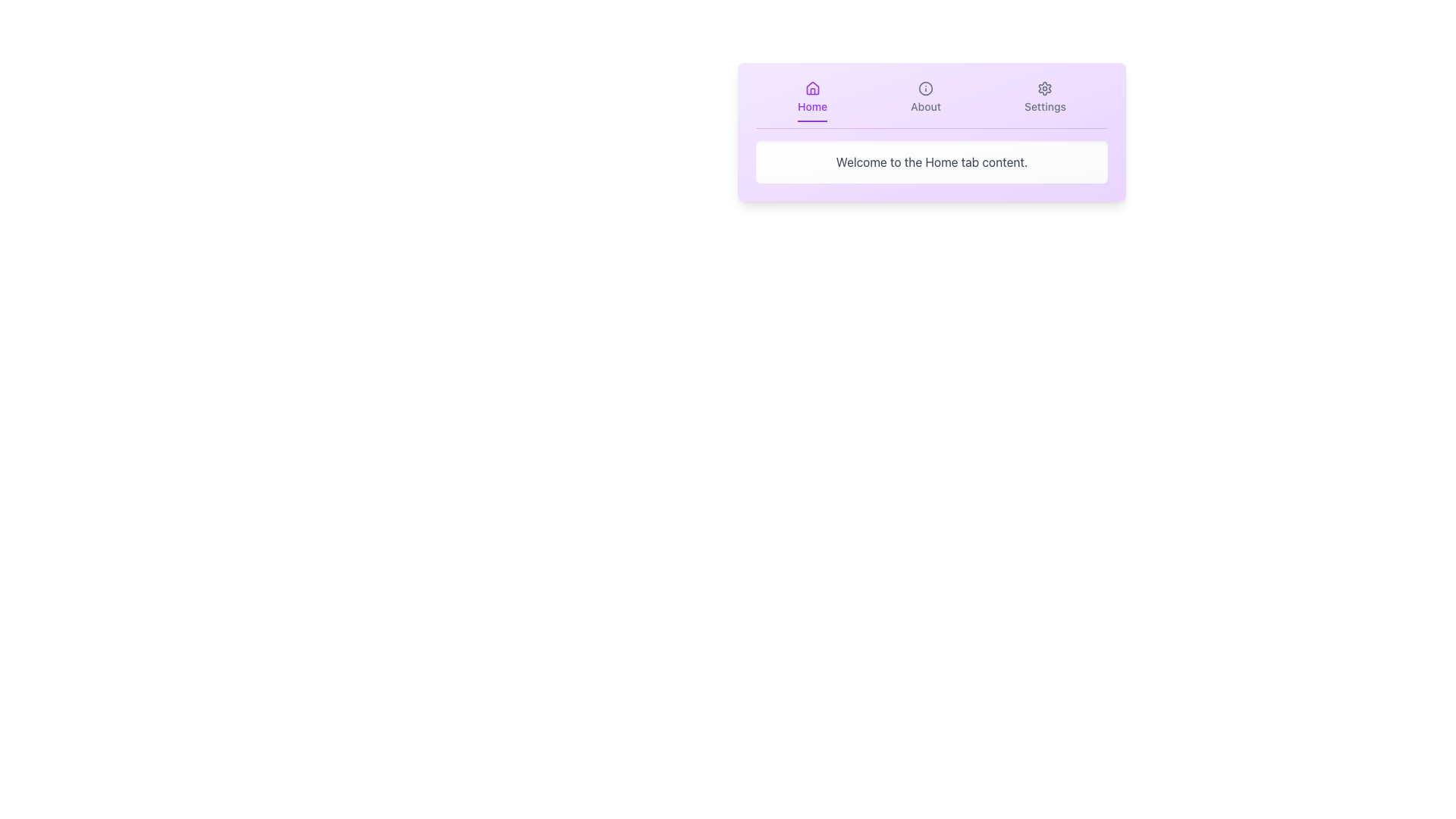  What do you see at coordinates (924, 88) in the screenshot?
I see `the information SVG icon located in the 'About' tab, which is positioned centrally among the top navigation bar elements and directly above the 'About' text label` at bounding box center [924, 88].